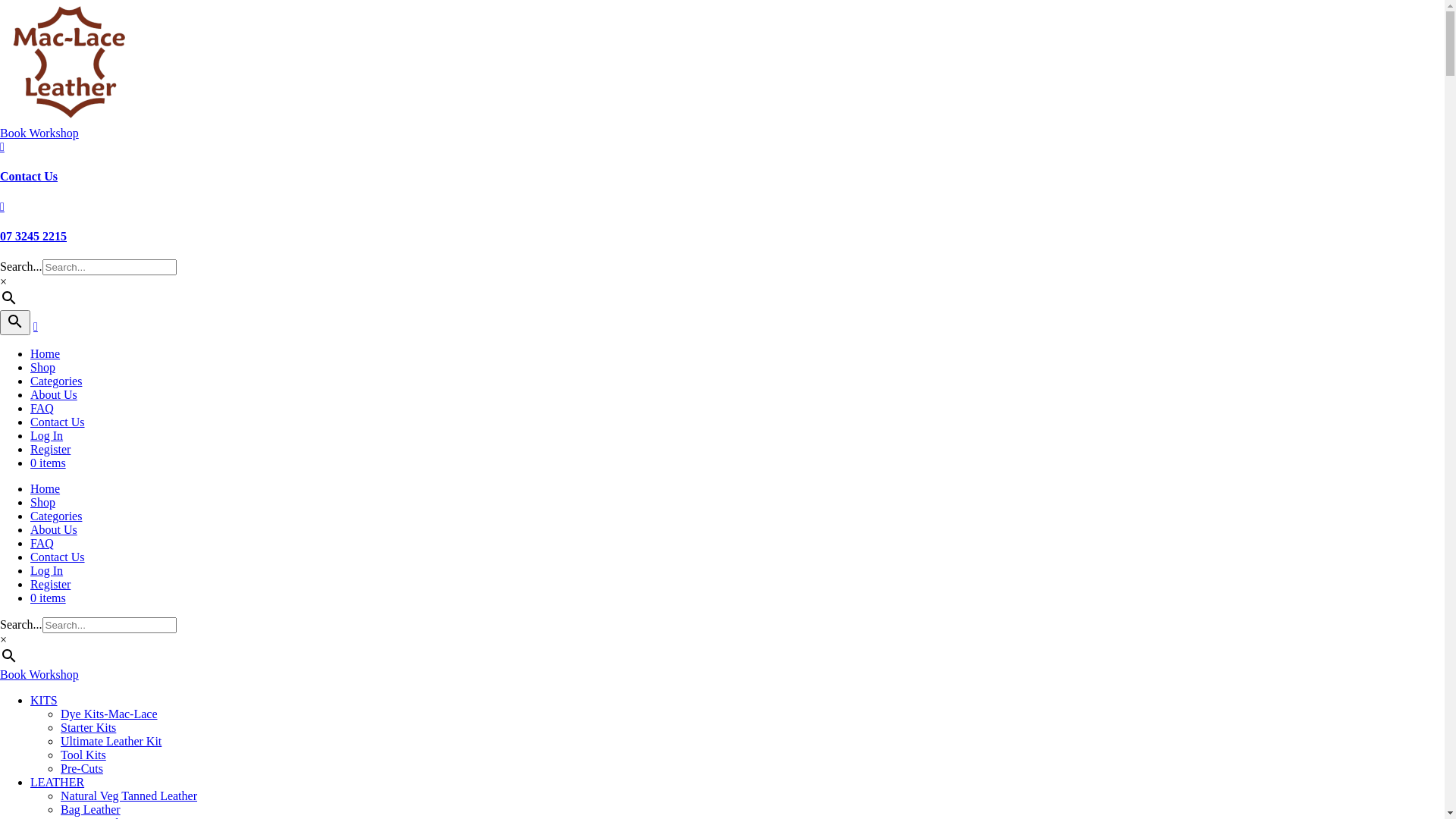 The image size is (1456, 819). Describe the element at coordinates (39, 132) in the screenshot. I see `'Book Workshop'` at that location.